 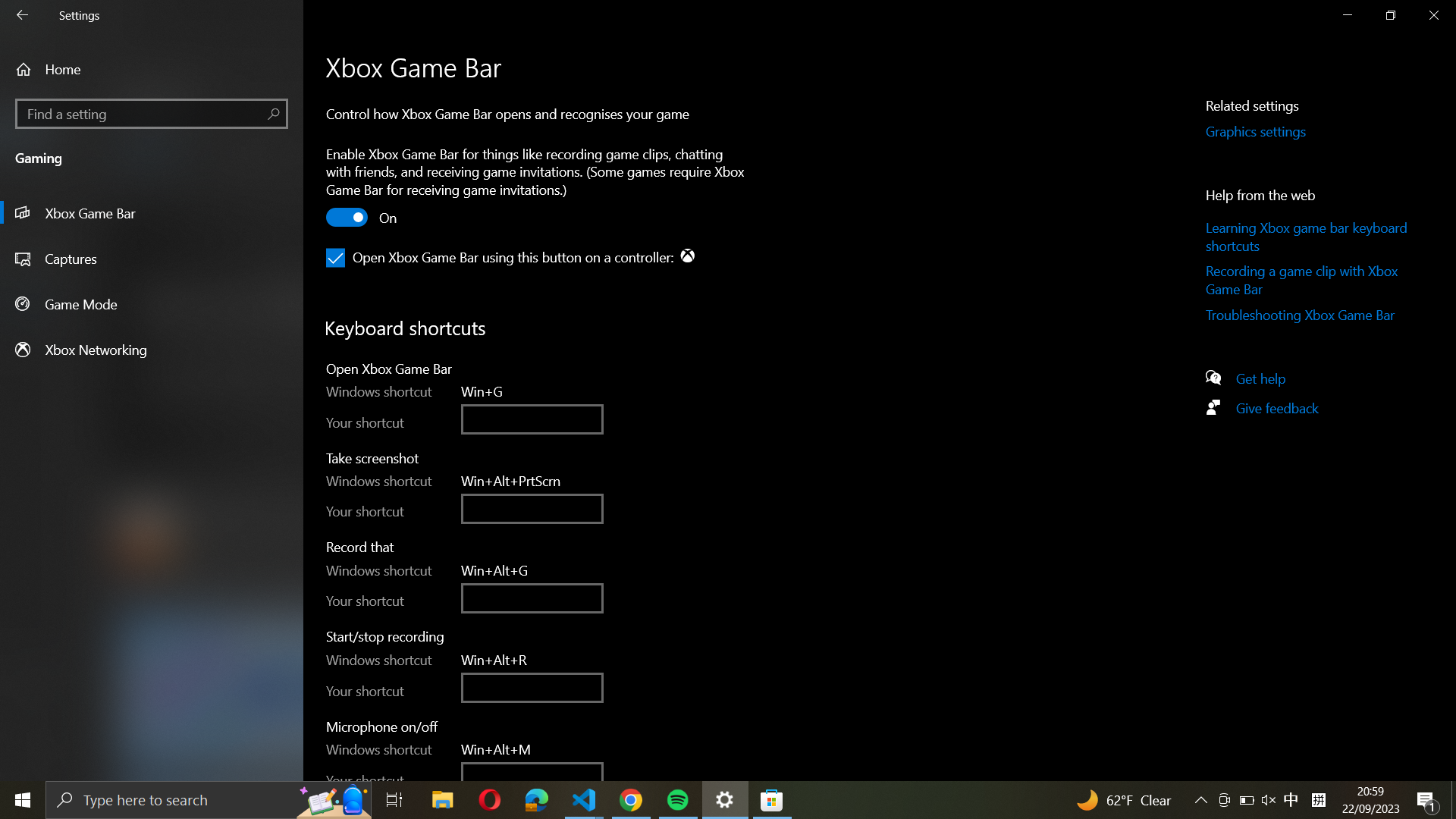 What do you see at coordinates (1273, 131) in the screenshot?
I see `the Graphics Settings by using the button in the right-side panel` at bounding box center [1273, 131].